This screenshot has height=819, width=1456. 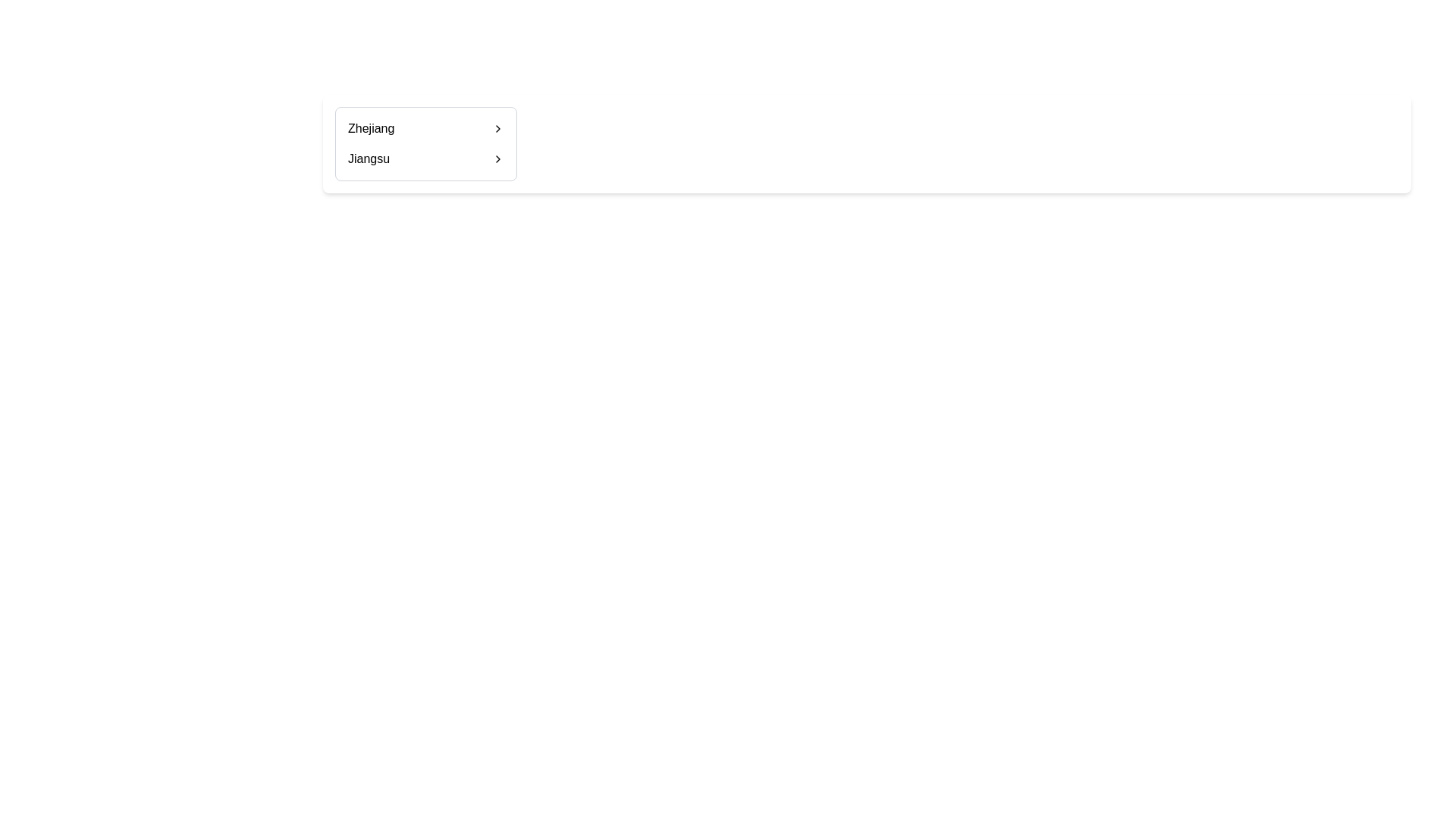 I want to click on the first list item labeled 'Zhejiang' to activate its visual feedback, which includes a background color change, so click(x=425, y=127).